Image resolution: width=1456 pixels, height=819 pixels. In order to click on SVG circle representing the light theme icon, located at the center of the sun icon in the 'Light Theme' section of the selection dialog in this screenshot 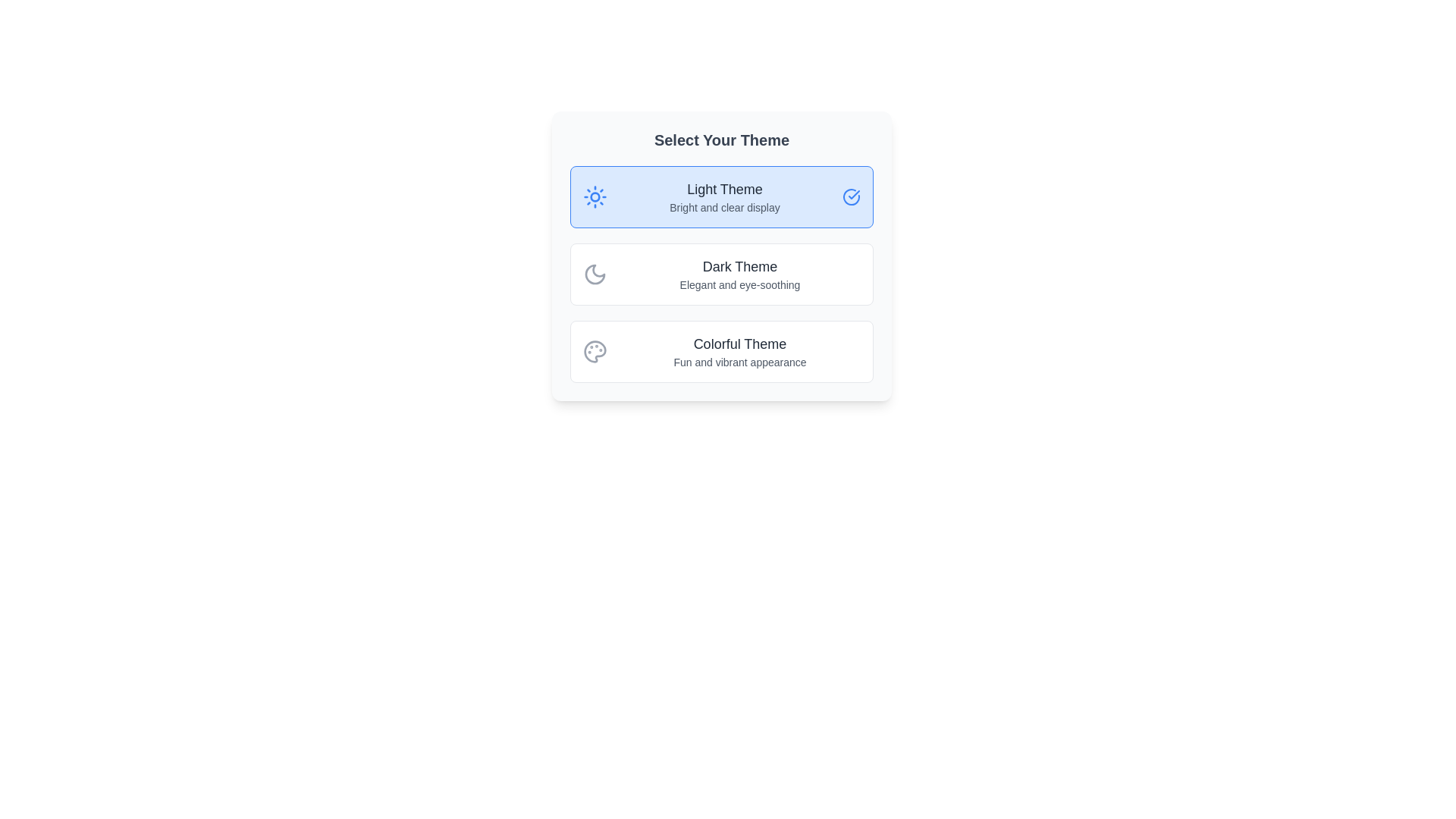, I will do `click(595, 196)`.